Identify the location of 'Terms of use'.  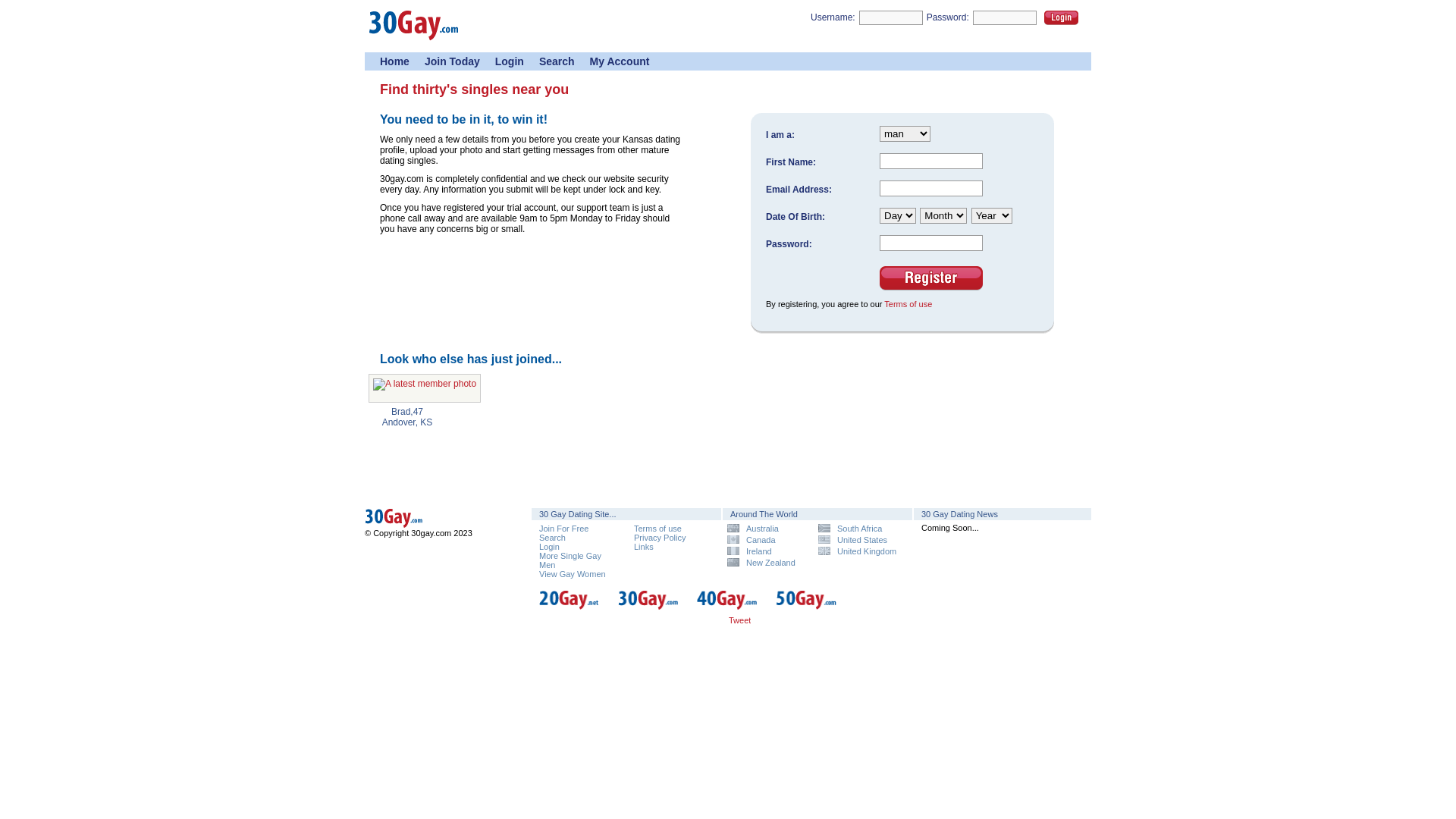
(884, 304).